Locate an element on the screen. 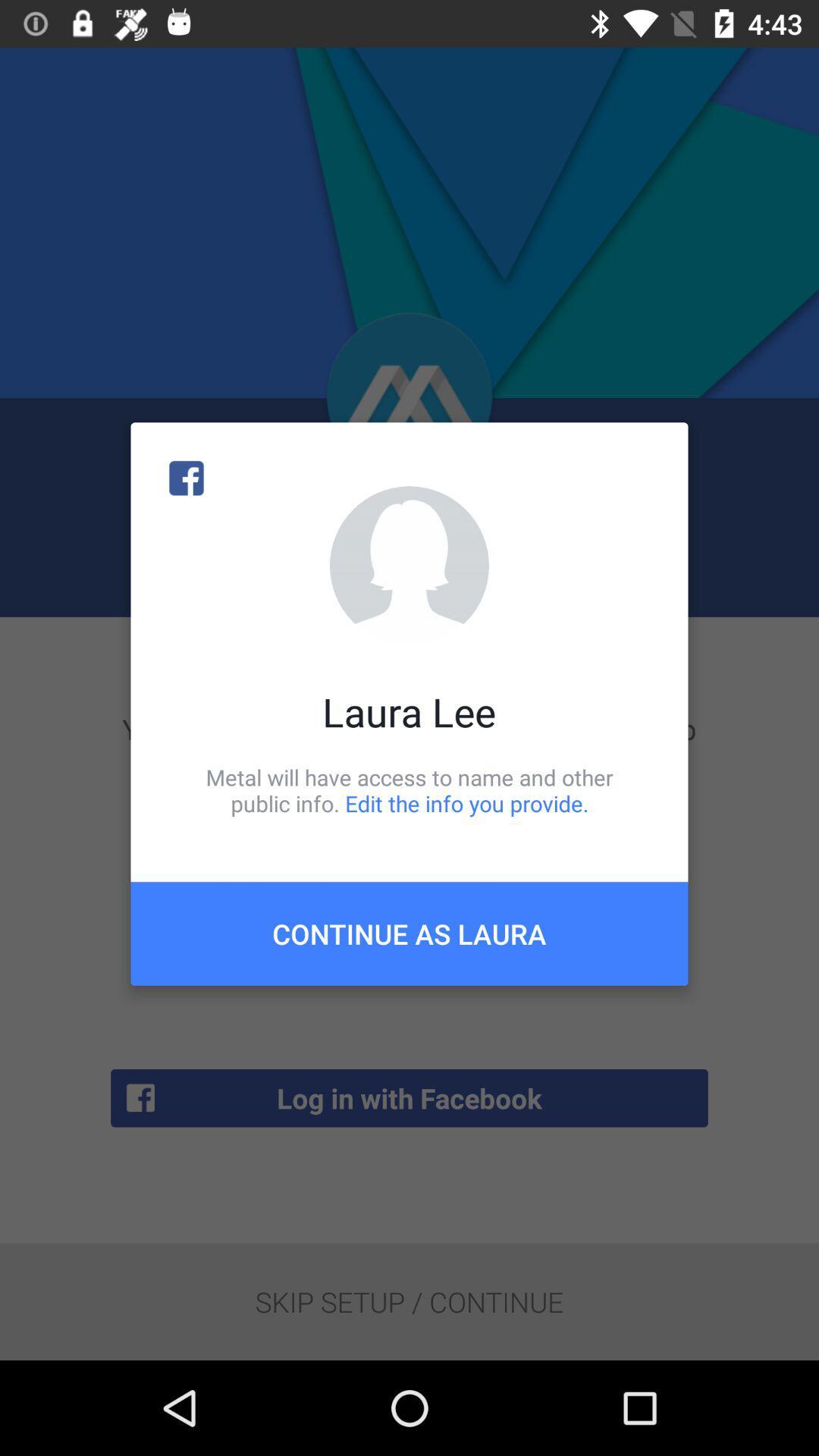 The image size is (819, 1456). continue as laura item is located at coordinates (409, 933).